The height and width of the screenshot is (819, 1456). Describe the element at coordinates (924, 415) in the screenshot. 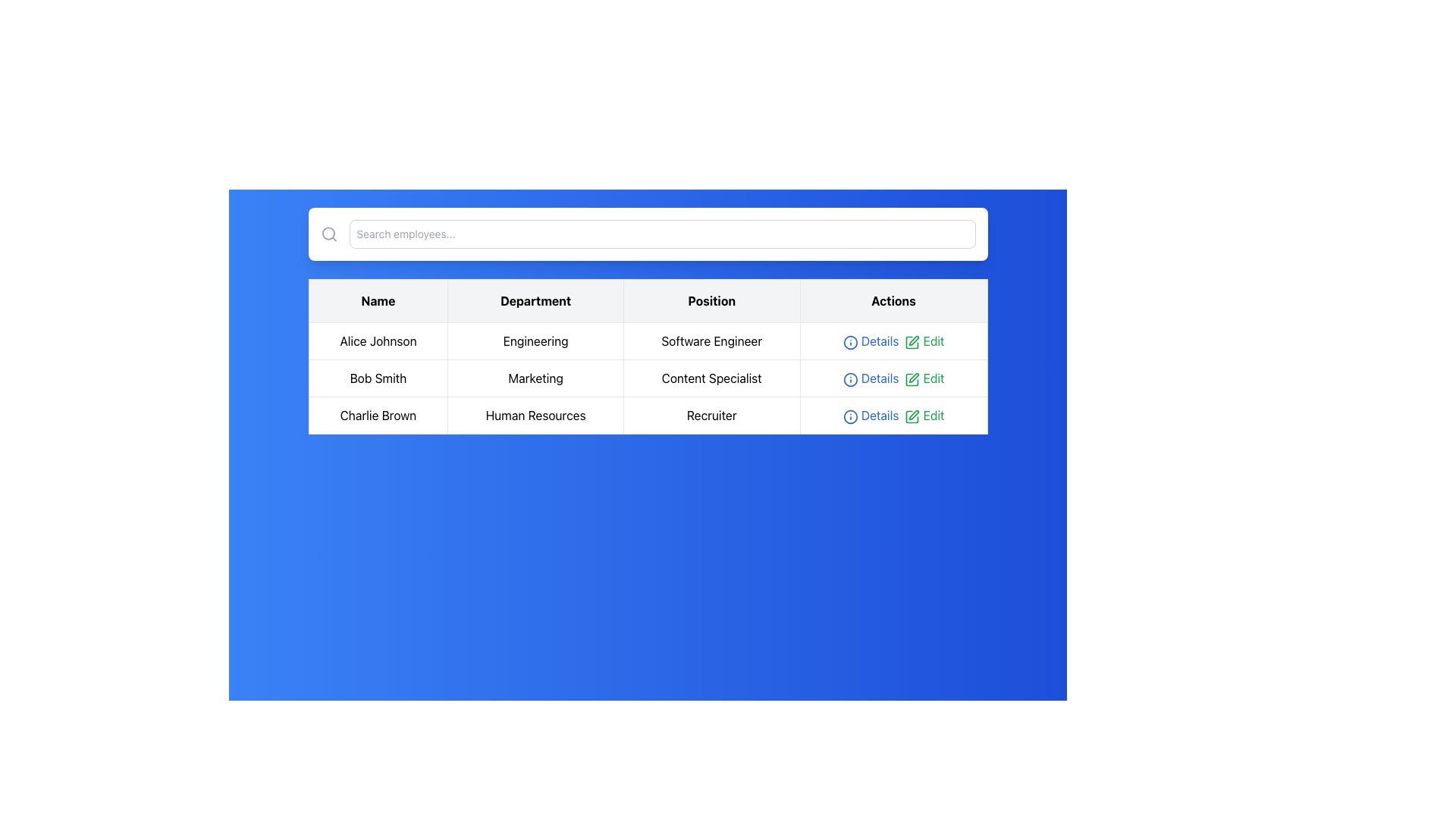

I see `the green-colored, underlined 'Edit' hyperlink with an icon of a square and pen, located in the 'Actions' column of the last row of the table` at that location.